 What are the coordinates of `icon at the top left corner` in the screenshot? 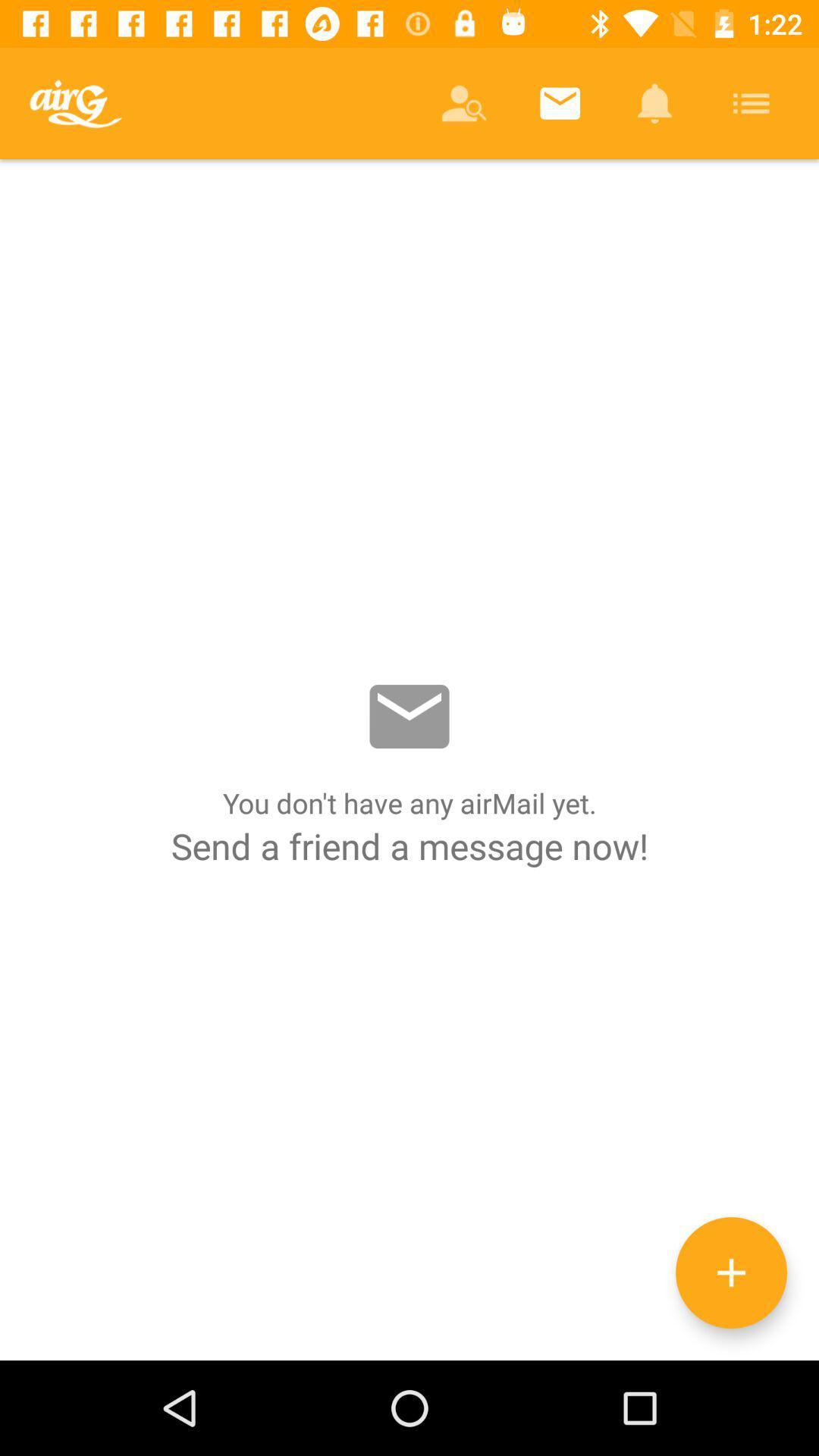 It's located at (75, 102).